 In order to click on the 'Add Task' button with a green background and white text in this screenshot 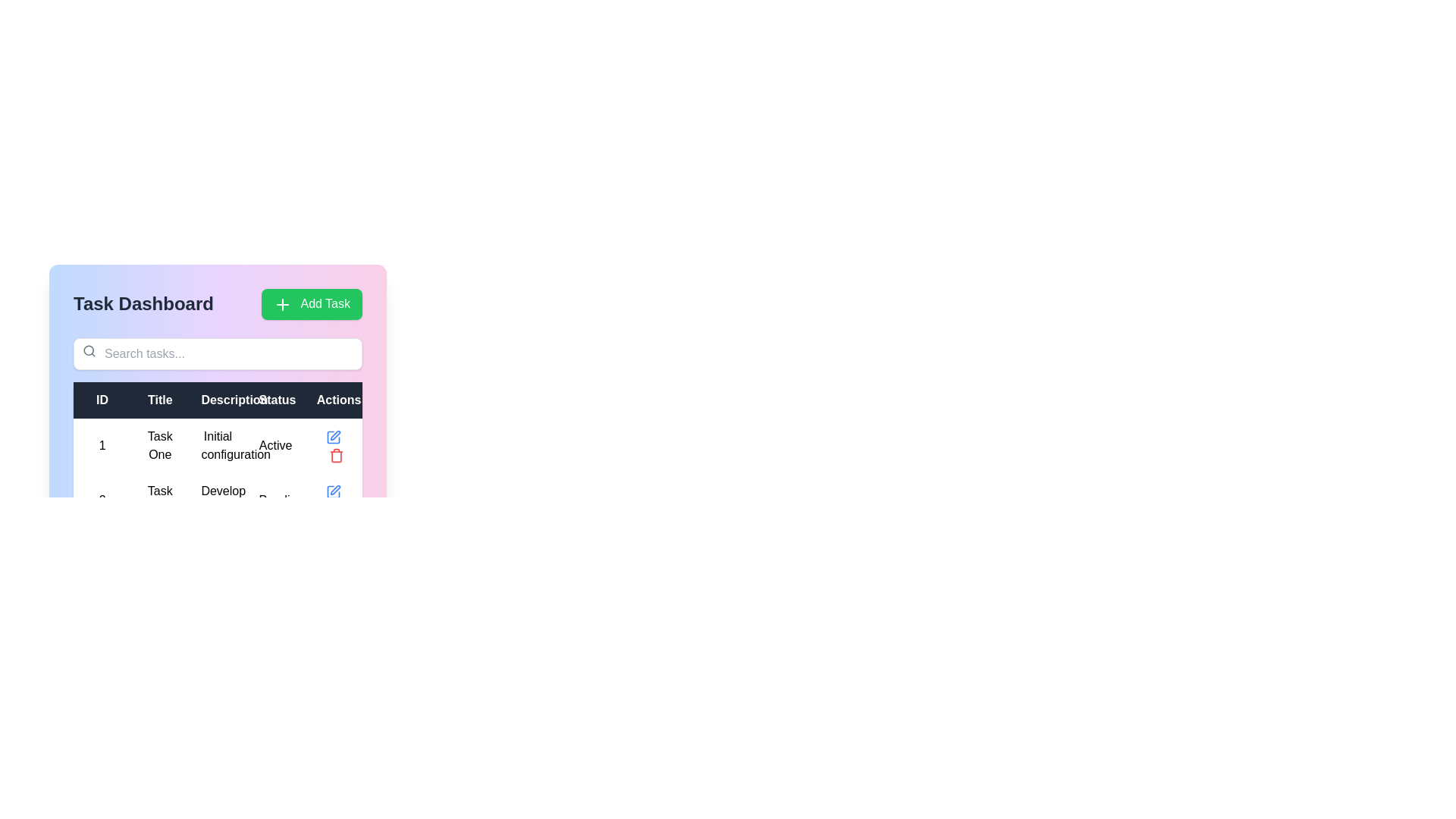, I will do `click(311, 304)`.